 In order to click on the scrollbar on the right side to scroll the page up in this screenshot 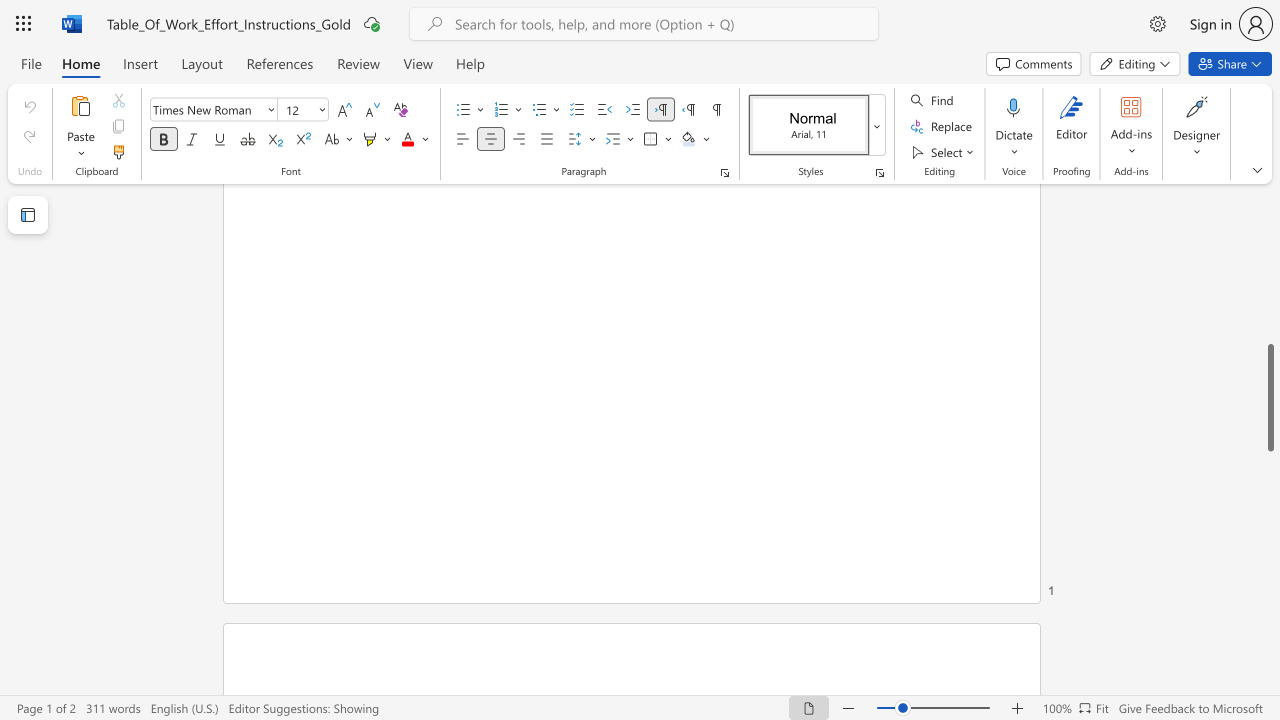, I will do `click(1269, 220)`.